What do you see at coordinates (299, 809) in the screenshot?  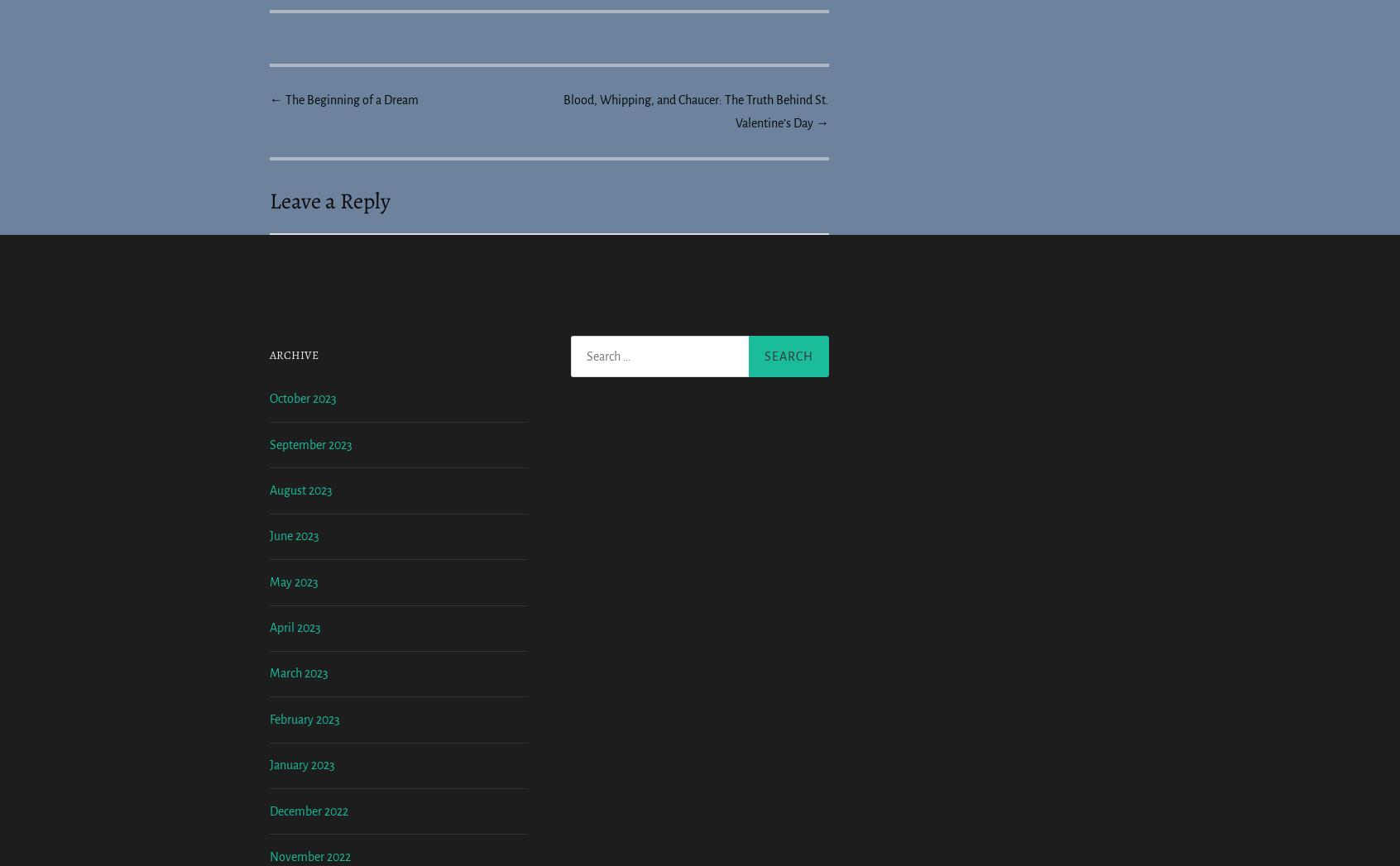 I see `'March 2023'` at bounding box center [299, 809].